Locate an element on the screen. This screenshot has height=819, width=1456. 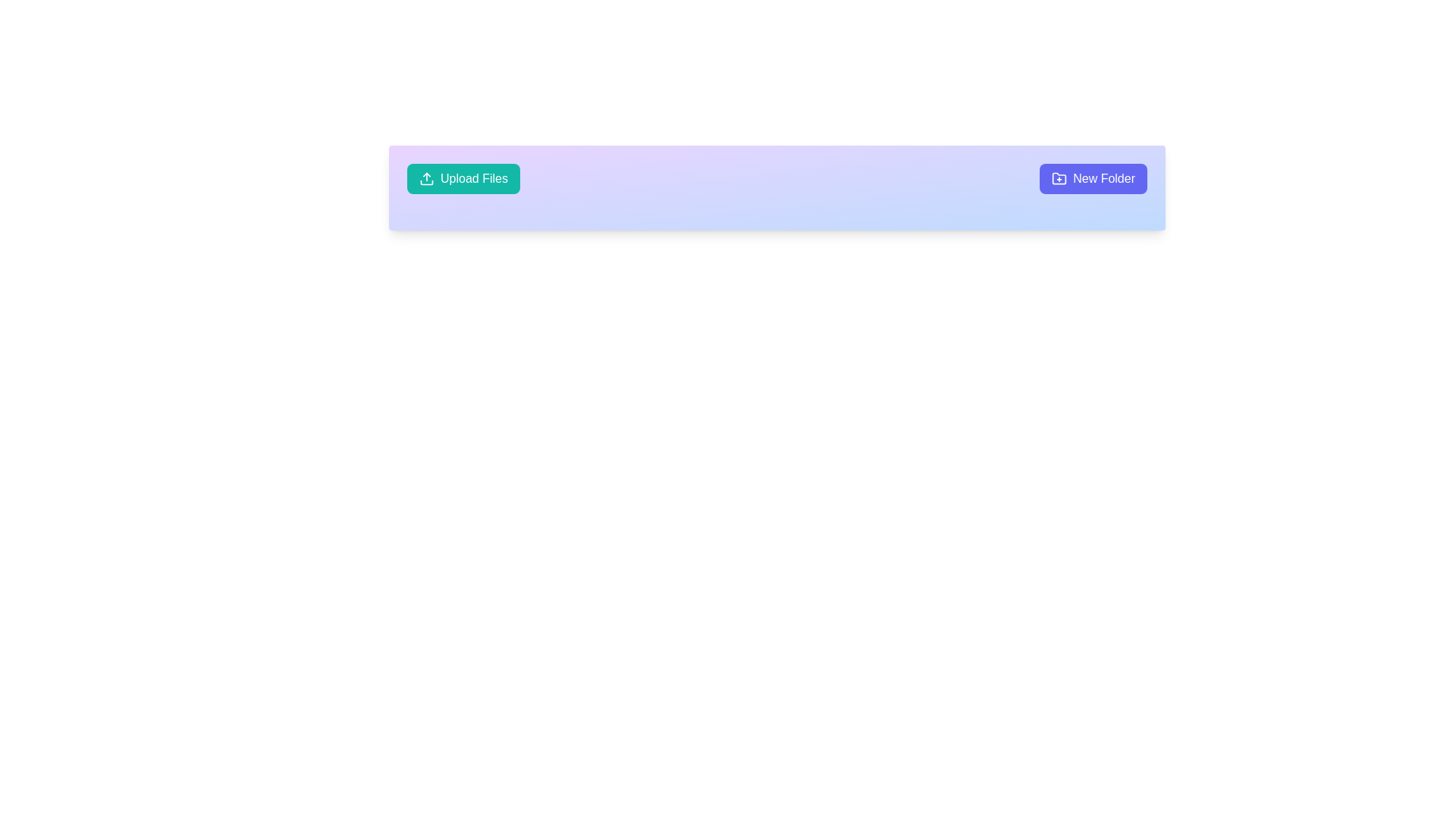
the decorative upload icon located on the leftmost part of the 'Upload Files' button in the horizontal toolbar at the top of the interface is located at coordinates (425, 177).